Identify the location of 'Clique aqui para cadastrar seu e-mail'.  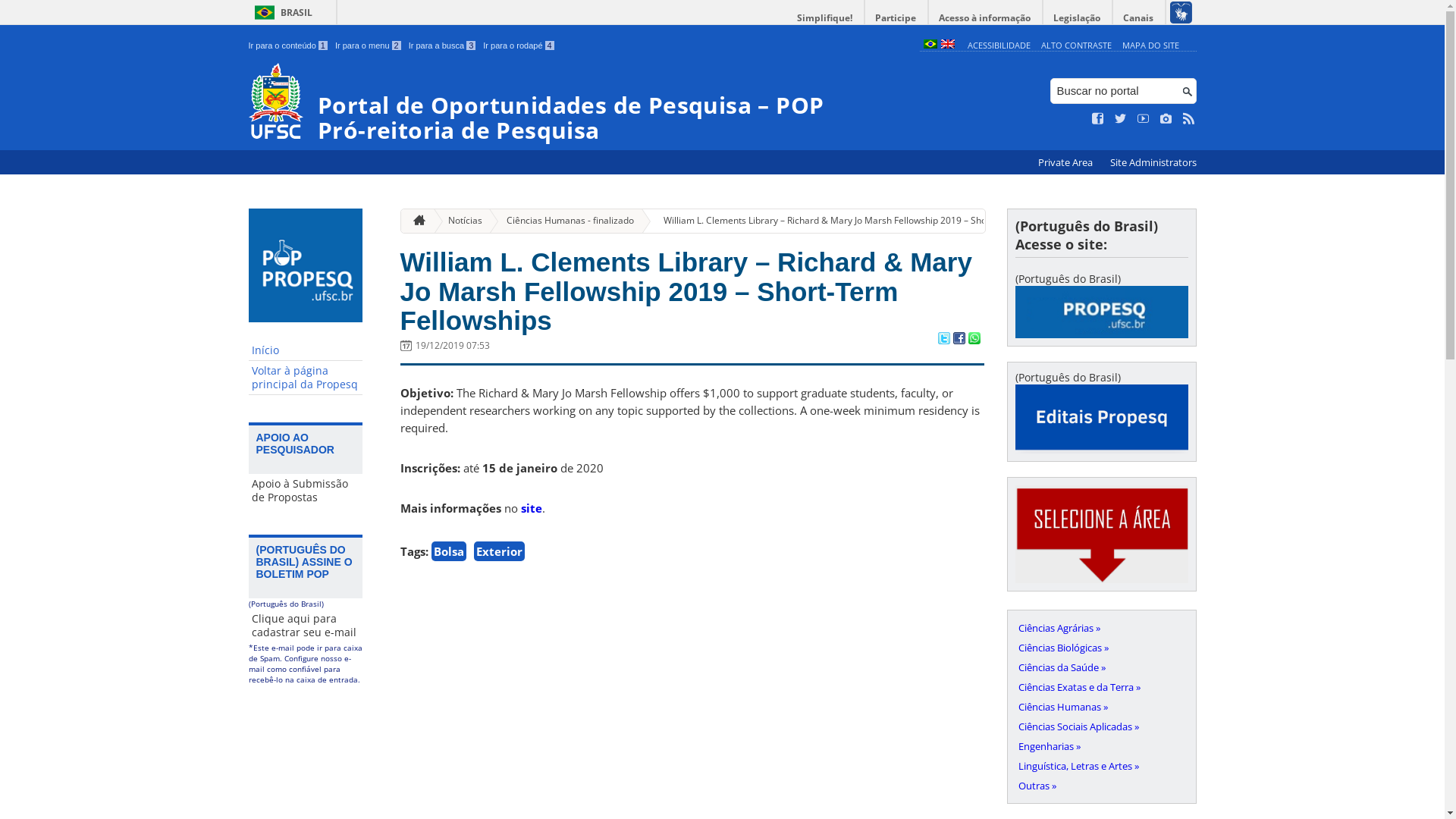
(248, 626).